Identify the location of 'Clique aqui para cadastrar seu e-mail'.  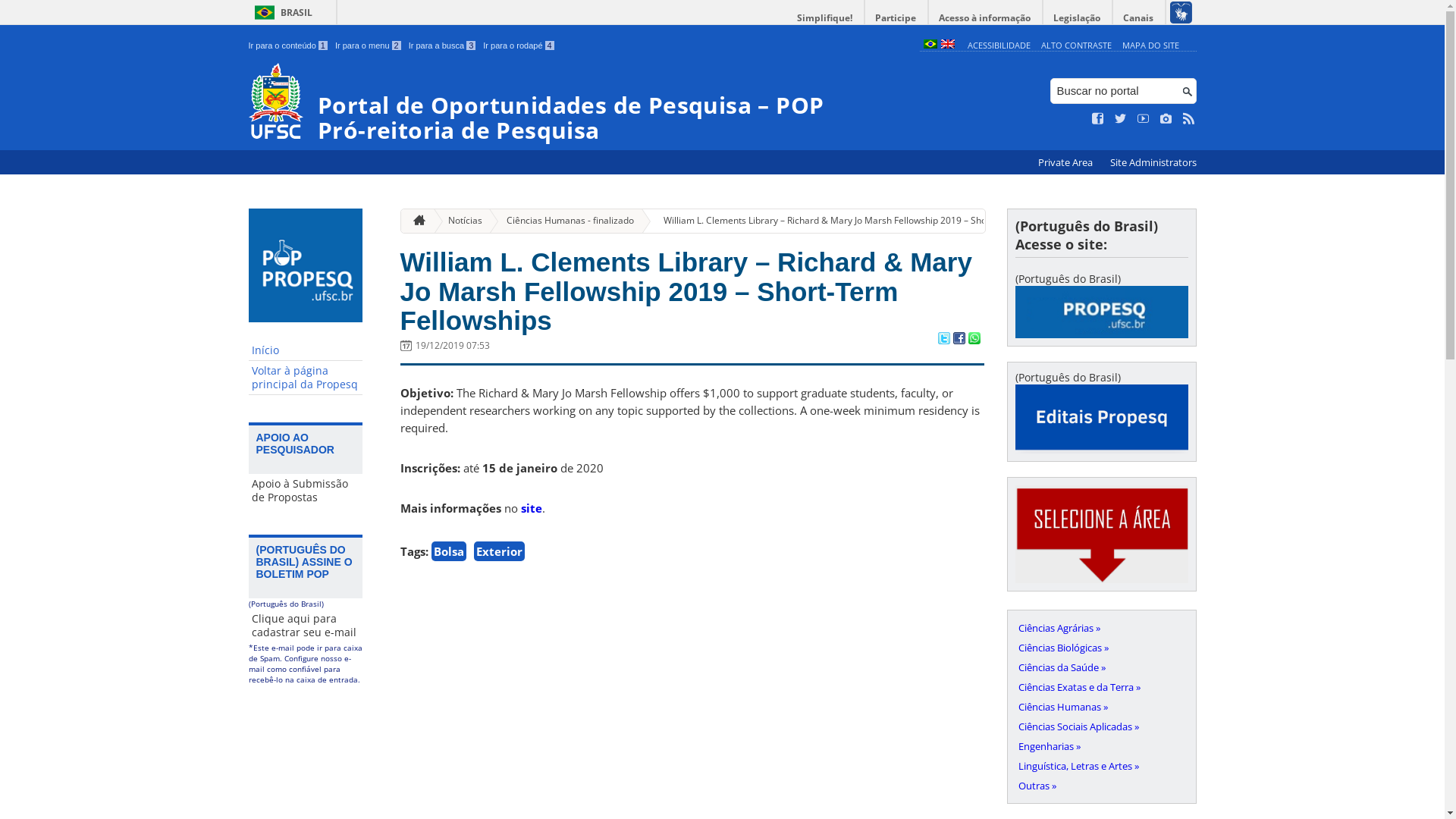
(248, 626).